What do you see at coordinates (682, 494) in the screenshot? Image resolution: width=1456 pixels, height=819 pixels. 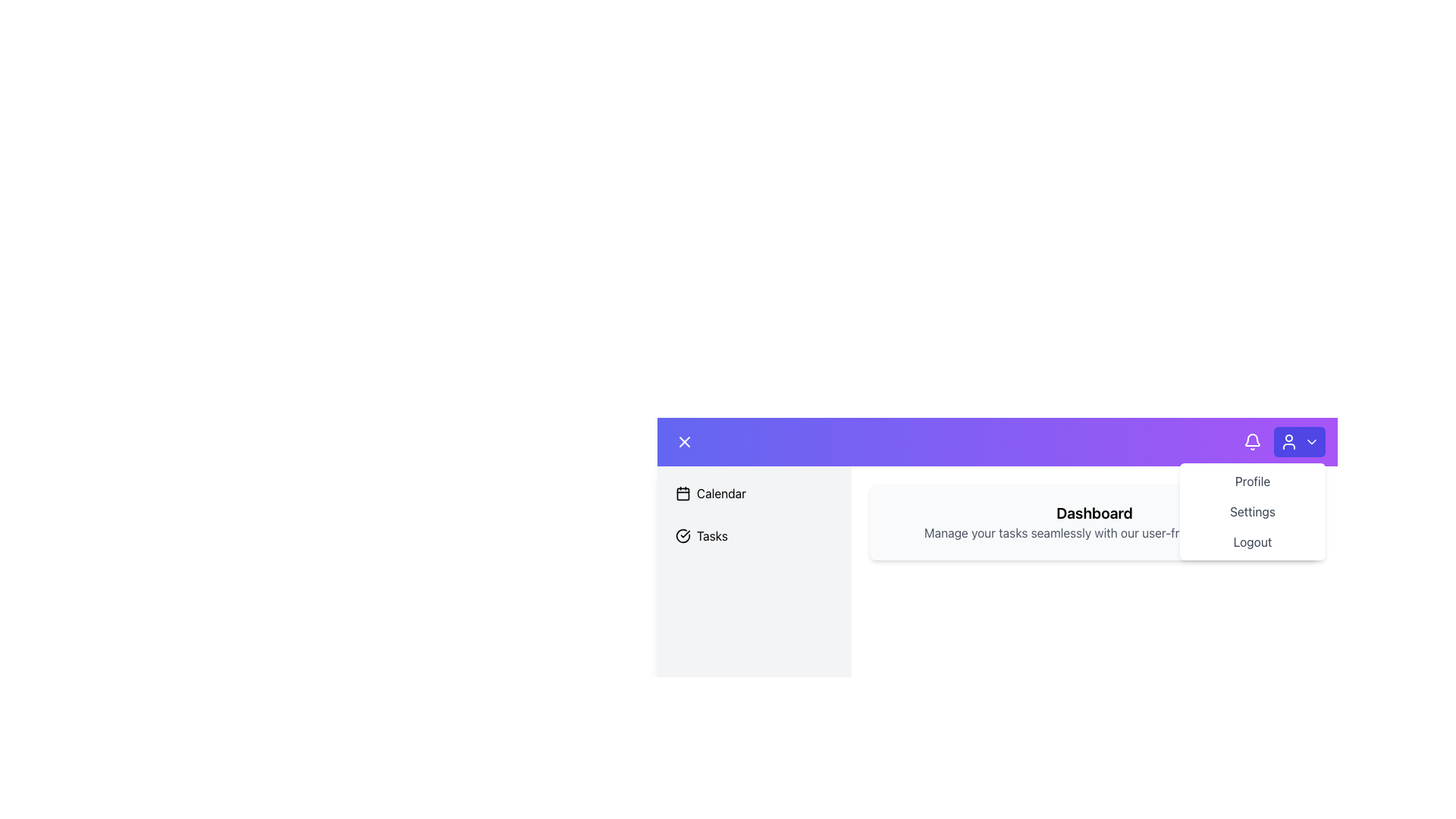 I see `the Calendar icon in the left vertical navigation panel` at bounding box center [682, 494].